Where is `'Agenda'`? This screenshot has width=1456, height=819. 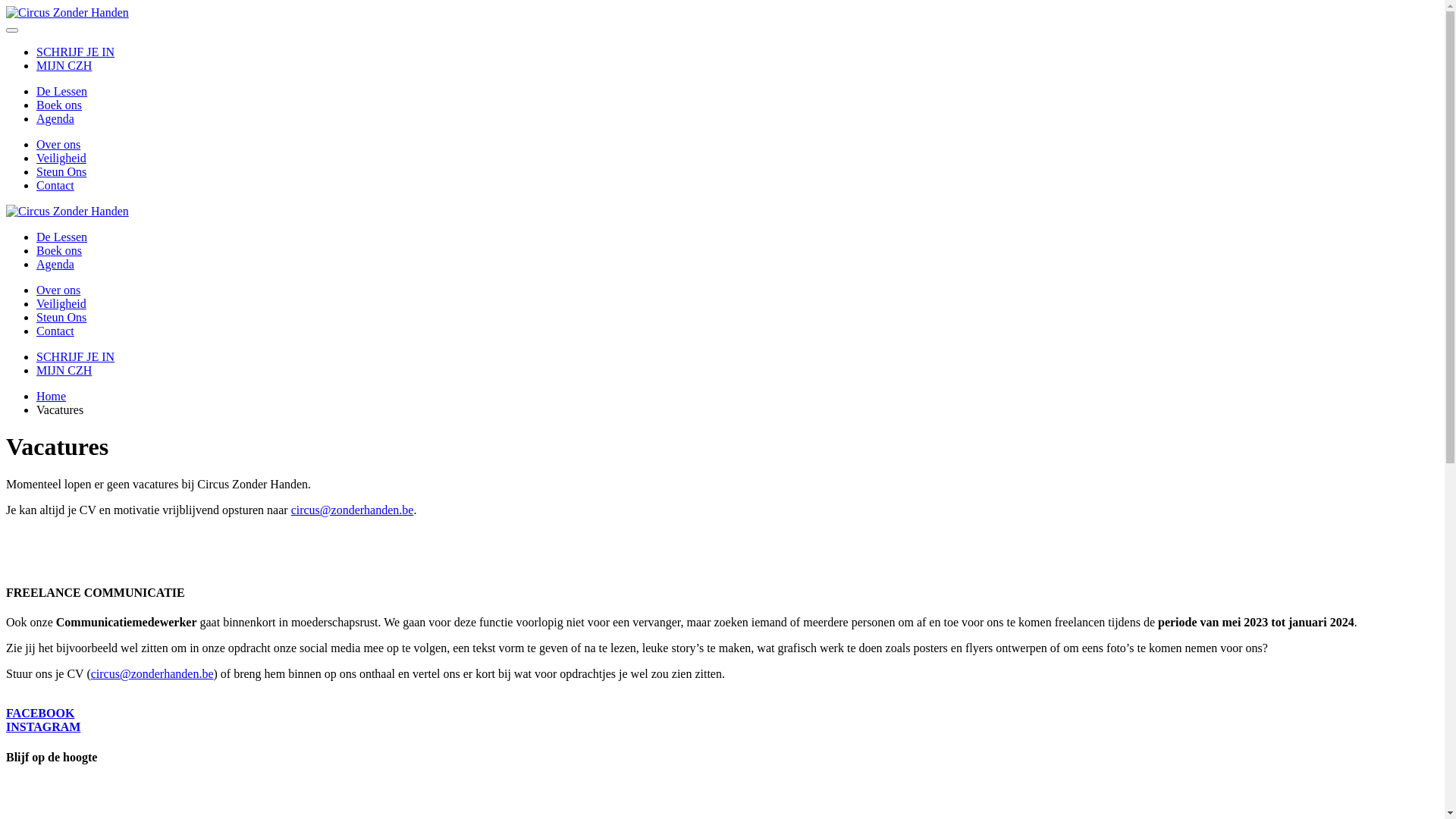 'Agenda' is located at coordinates (55, 263).